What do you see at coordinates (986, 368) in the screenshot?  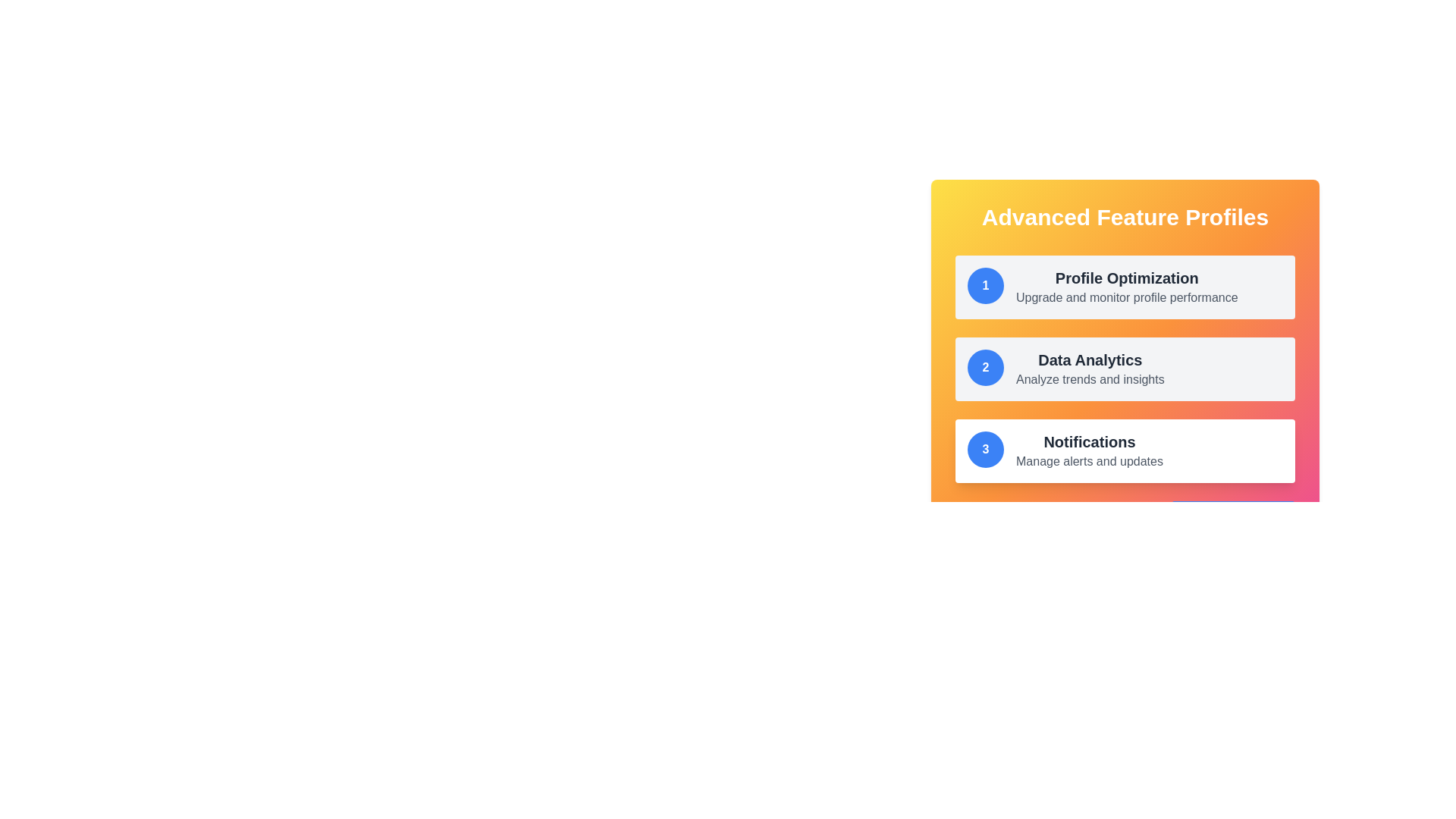 I see `the circular numerical badge displaying the bold white numeral '2' on a solid blue background, which is positioned to the left of the 'Data Analytics' text content` at bounding box center [986, 368].